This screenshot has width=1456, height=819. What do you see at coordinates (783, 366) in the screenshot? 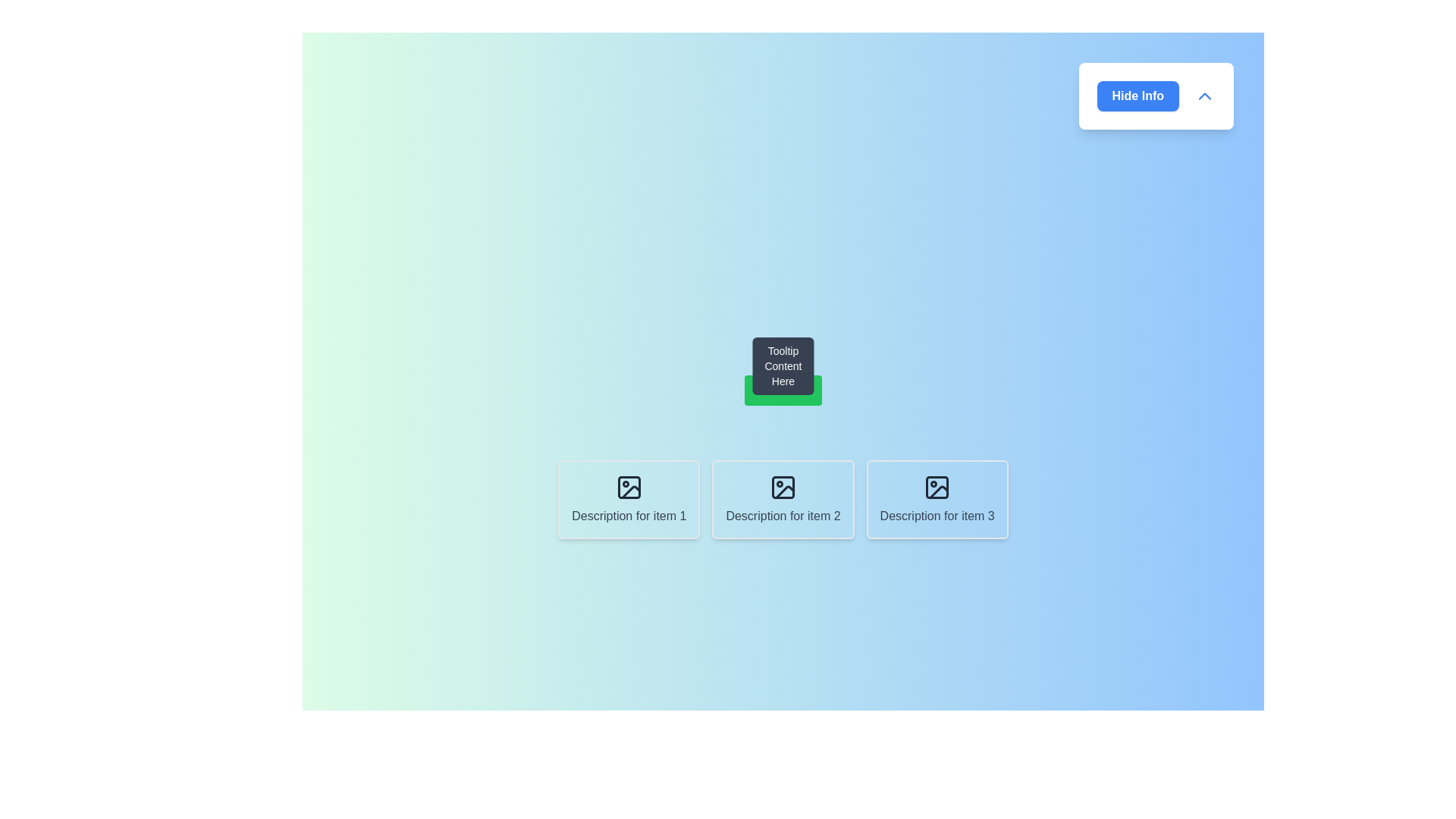
I see `the tooltip that appears above the green button labeled 'Hover me' when hovered over` at bounding box center [783, 366].